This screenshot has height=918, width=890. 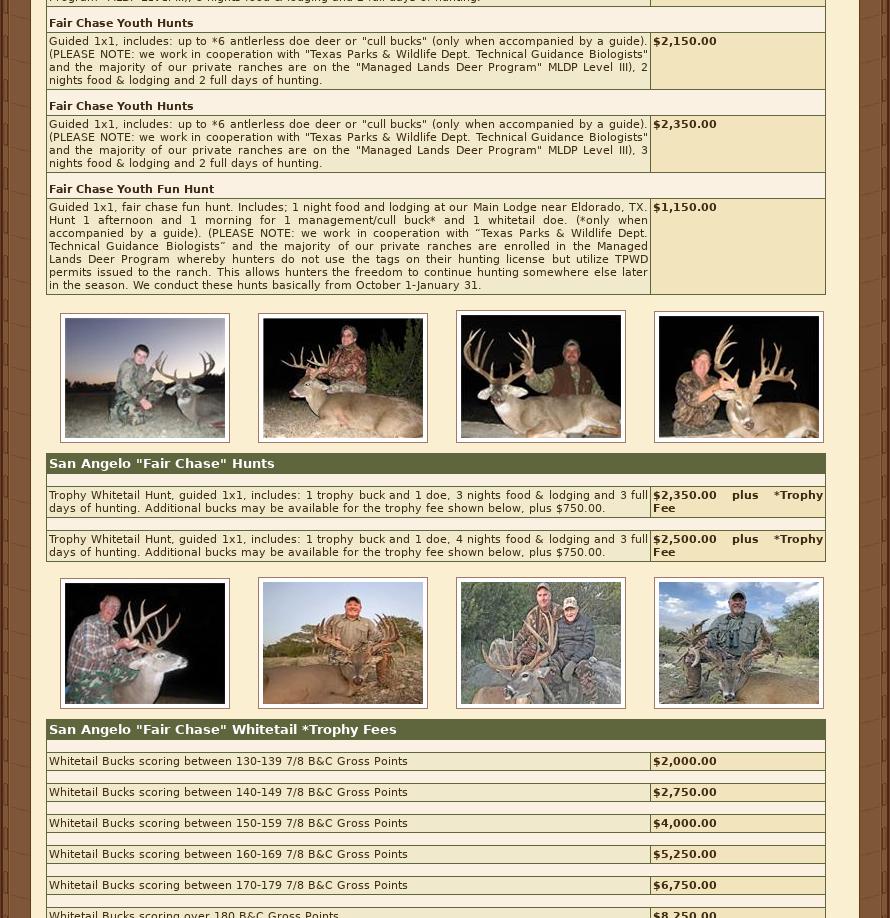 I want to click on '$2,000.00', so click(x=684, y=760).